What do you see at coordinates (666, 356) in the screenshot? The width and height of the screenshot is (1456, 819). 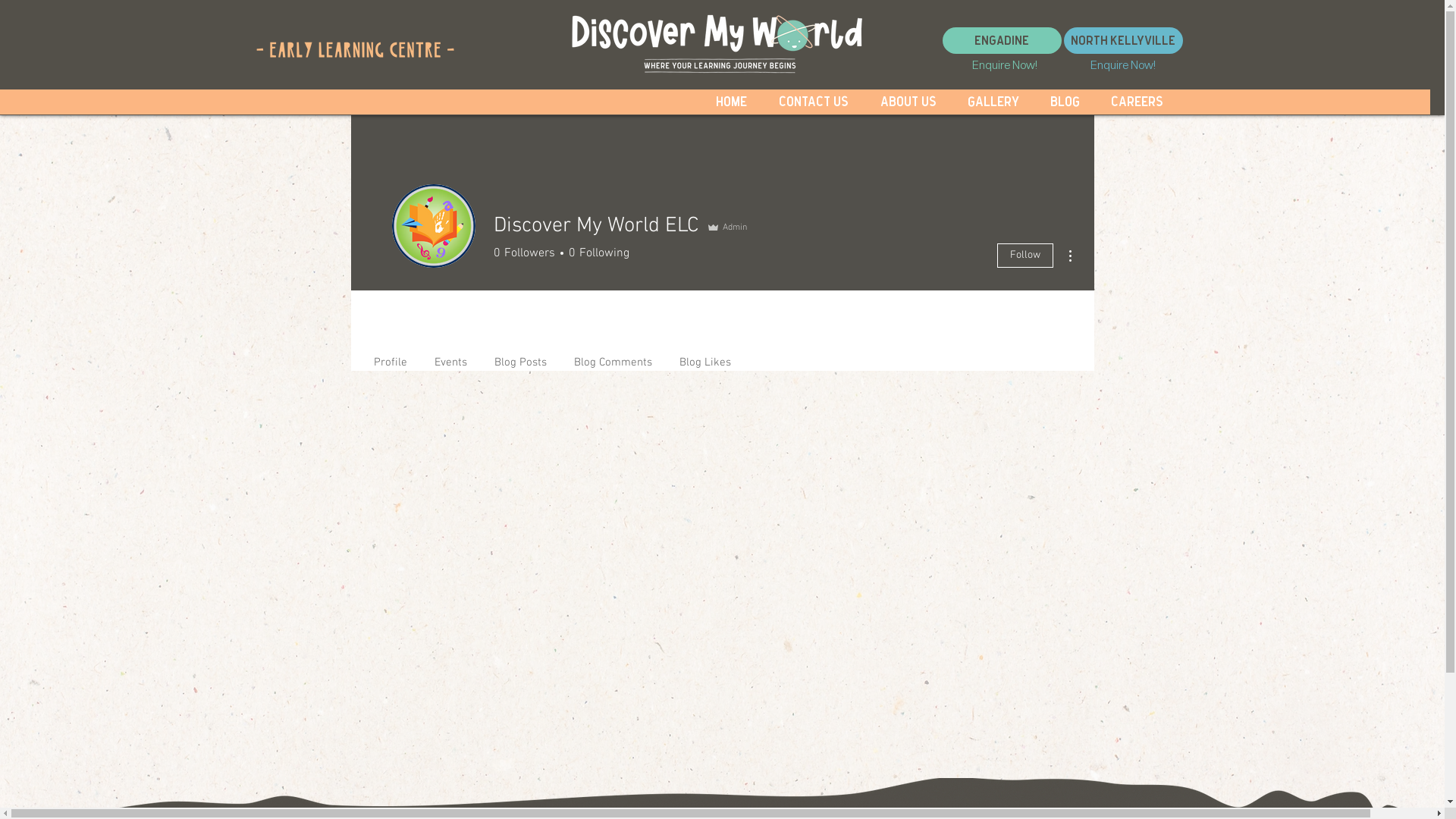 I see `'Blog Likes'` at bounding box center [666, 356].